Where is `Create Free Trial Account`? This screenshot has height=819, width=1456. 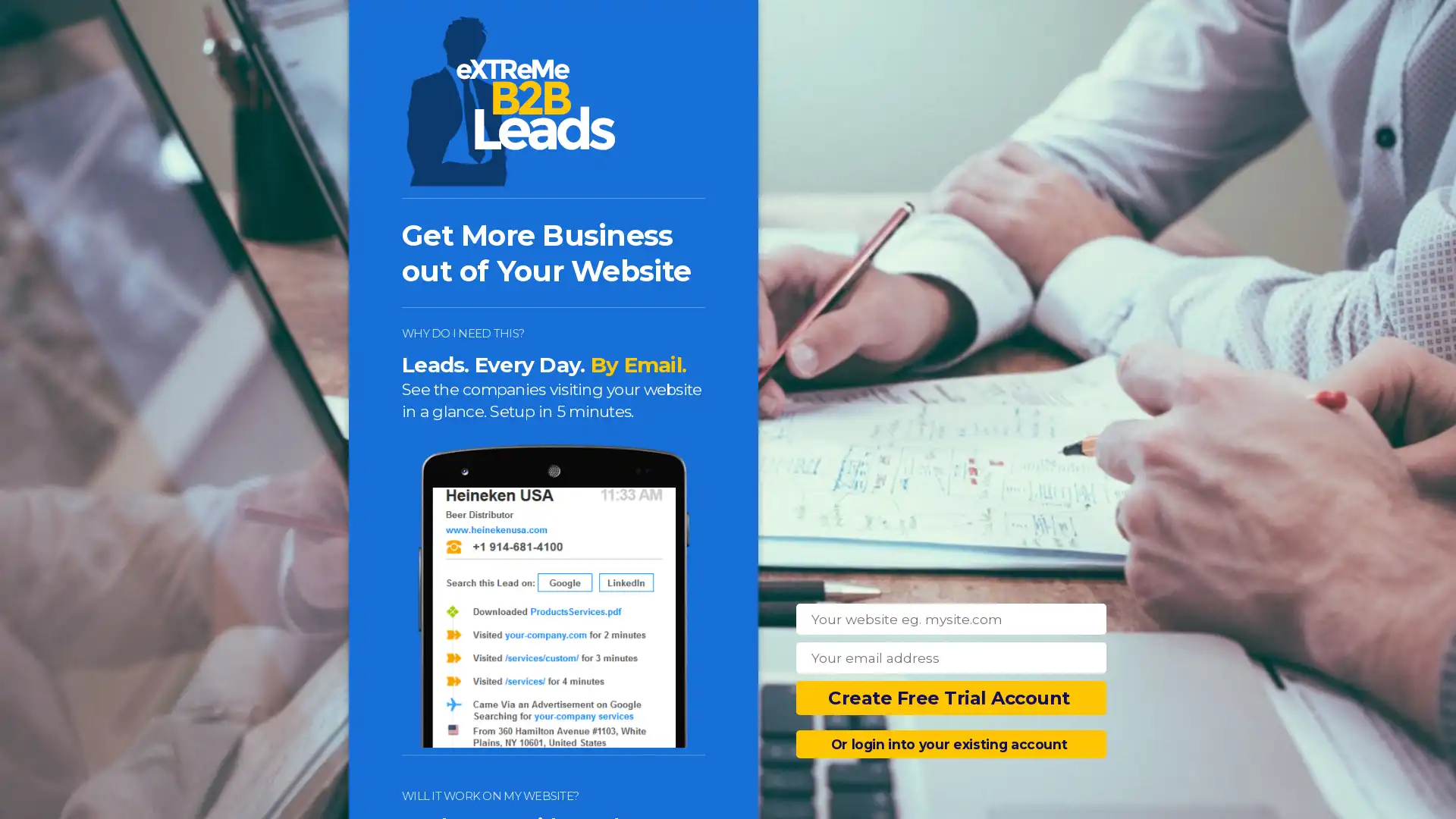
Create Free Trial Account is located at coordinates (950, 698).